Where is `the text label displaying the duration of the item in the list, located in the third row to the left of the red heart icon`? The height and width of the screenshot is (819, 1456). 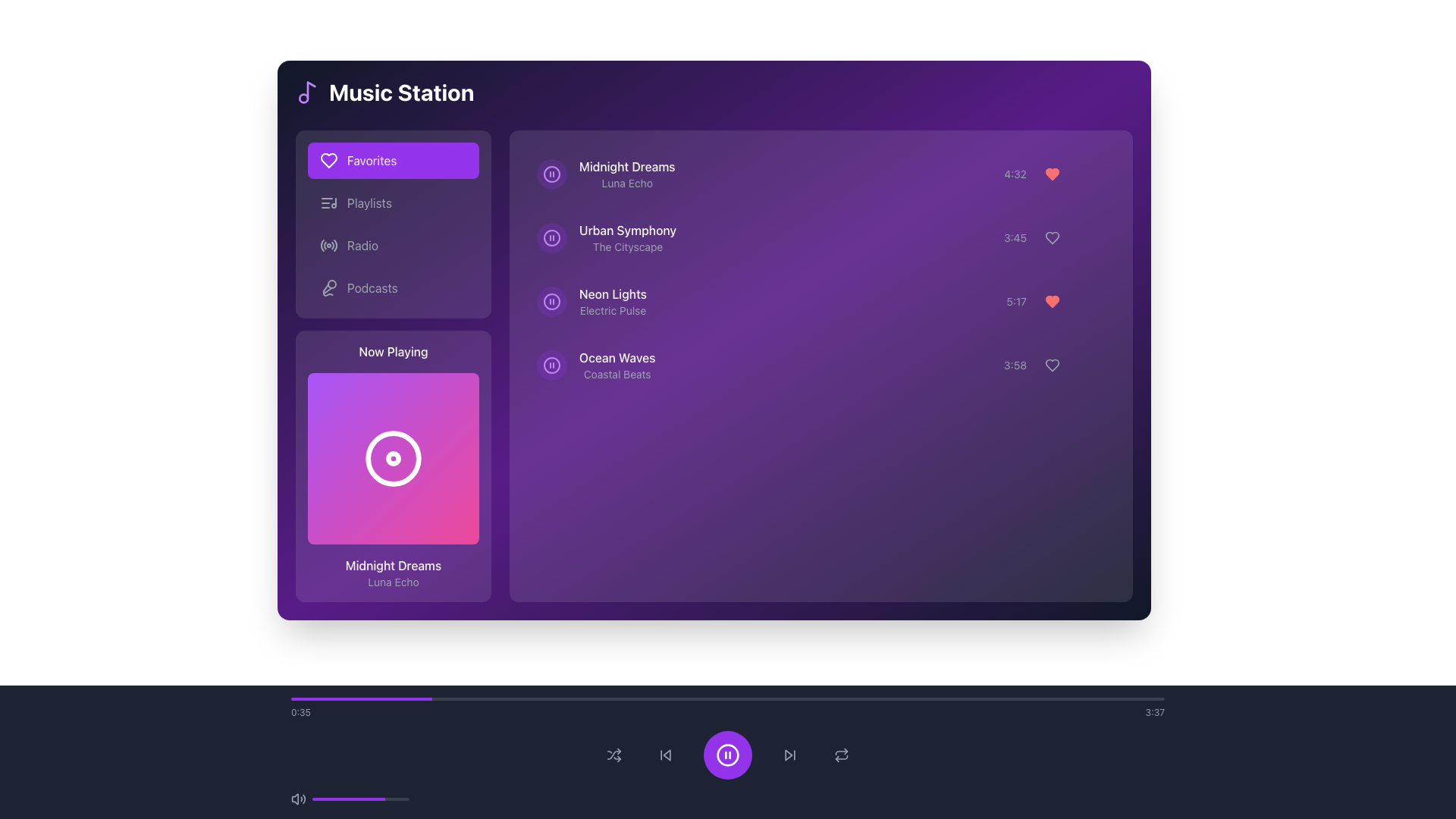
the text label displaying the duration of the item in the list, located in the third row to the left of the red heart icon is located at coordinates (1016, 301).